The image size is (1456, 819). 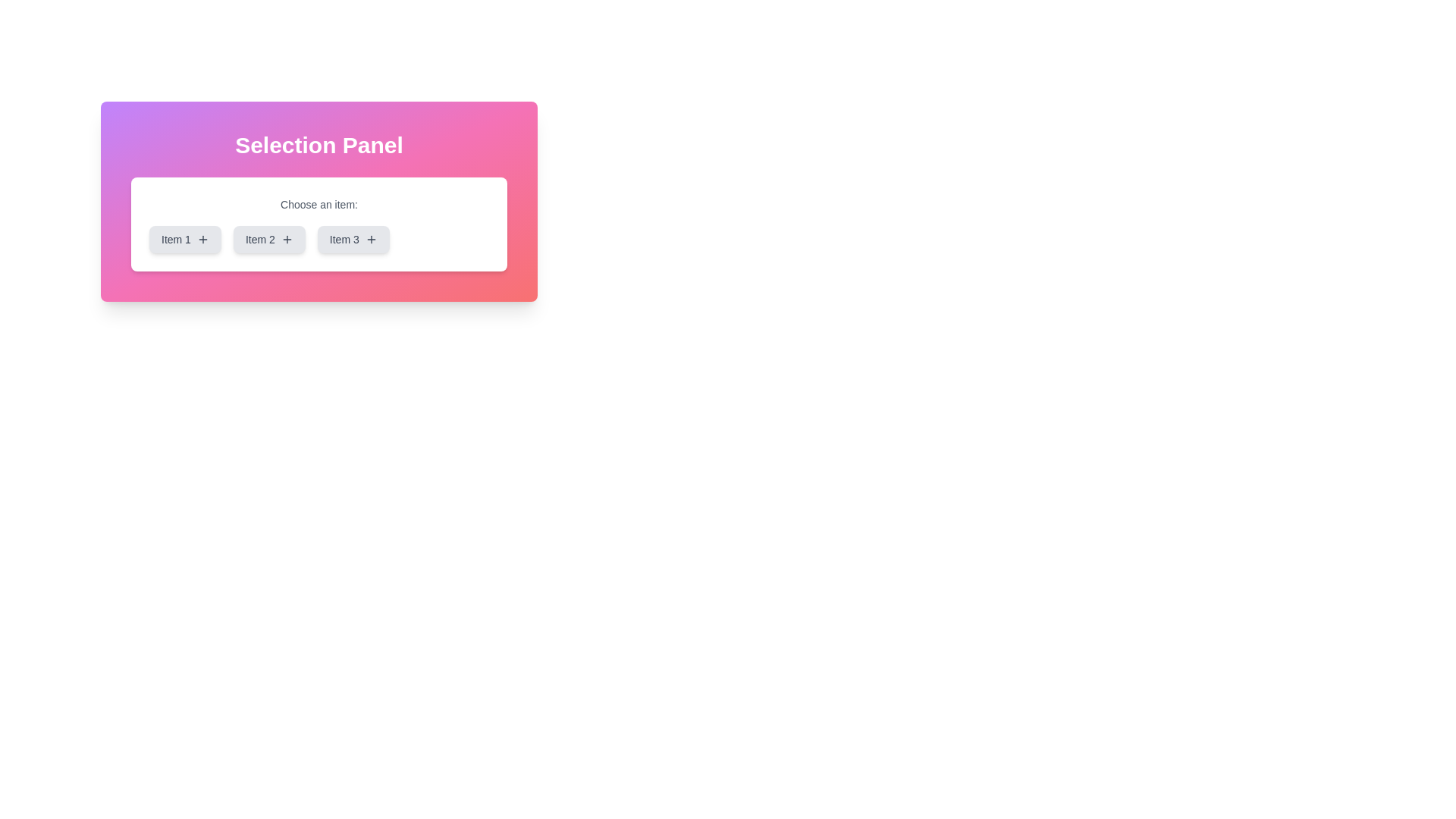 I want to click on the second button in the options panel that triggers an action related to 'Item 2', so click(x=269, y=239).